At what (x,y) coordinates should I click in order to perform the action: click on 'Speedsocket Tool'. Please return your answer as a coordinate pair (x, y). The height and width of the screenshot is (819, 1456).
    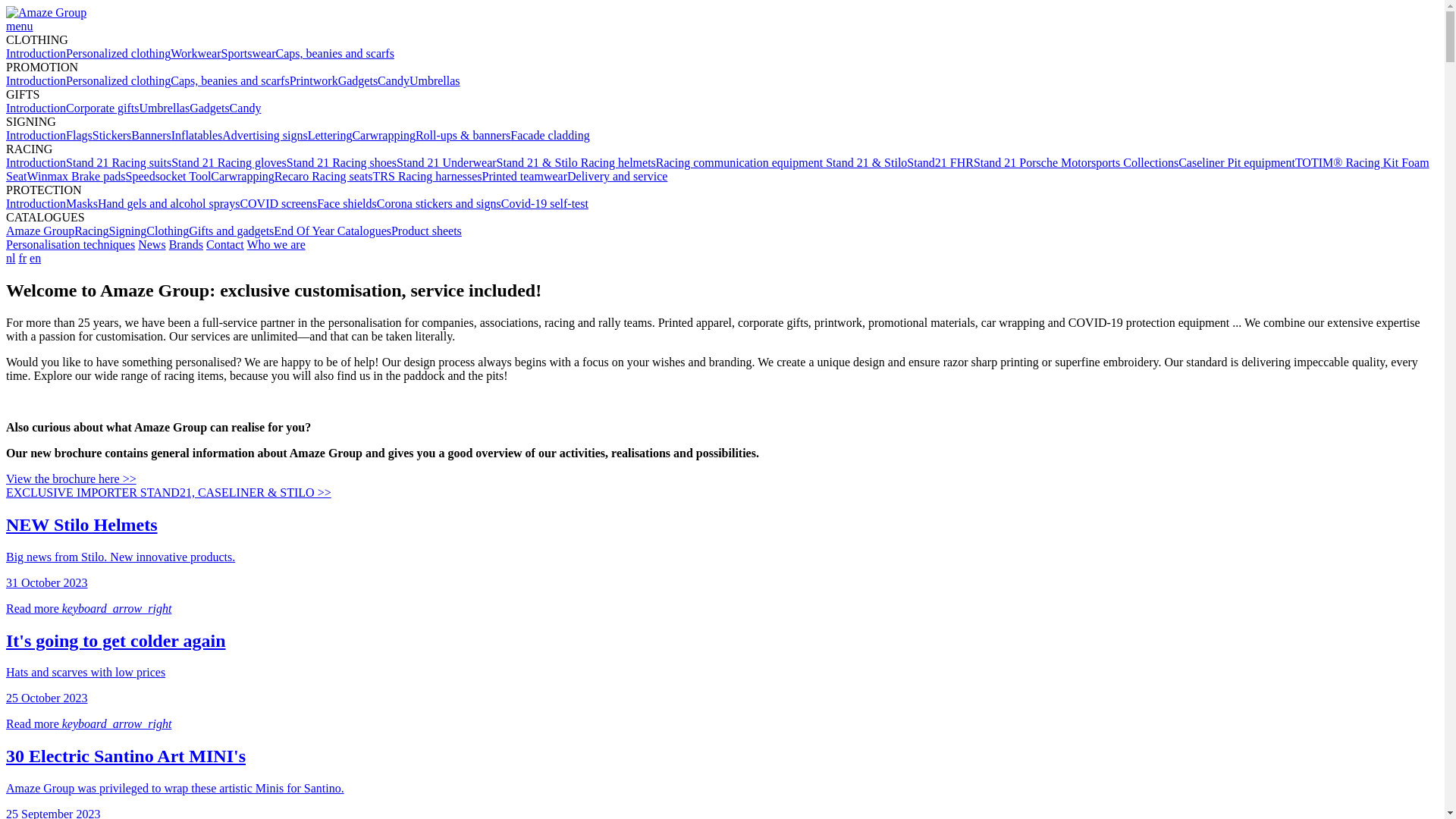
    Looking at the image, I should click on (168, 175).